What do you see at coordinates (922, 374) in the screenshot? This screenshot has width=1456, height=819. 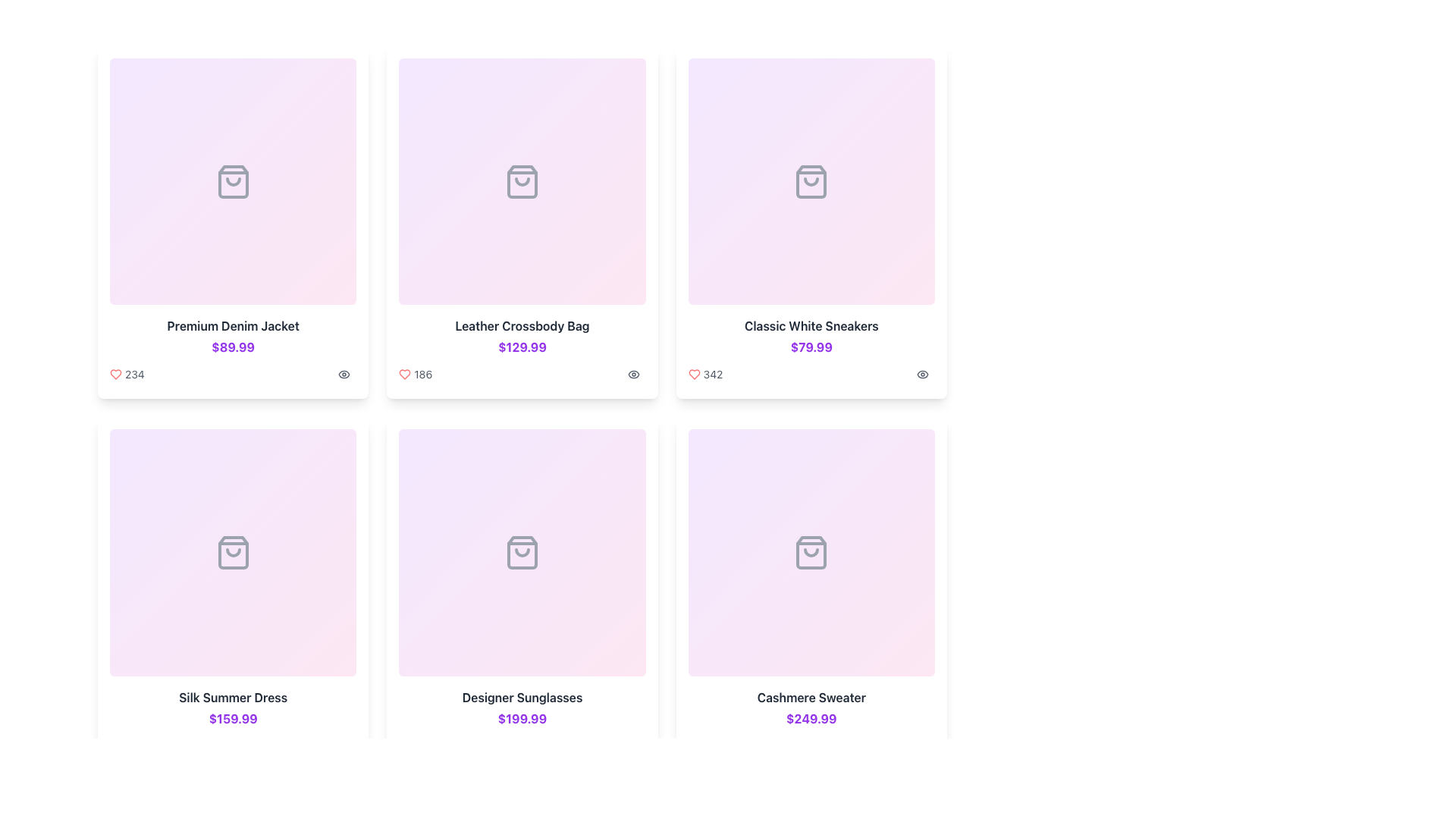 I see `the visibility icon that represents views, located in the bottom-right segment of the 'Classic White Sneakers' card` at bounding box center [922, 374].